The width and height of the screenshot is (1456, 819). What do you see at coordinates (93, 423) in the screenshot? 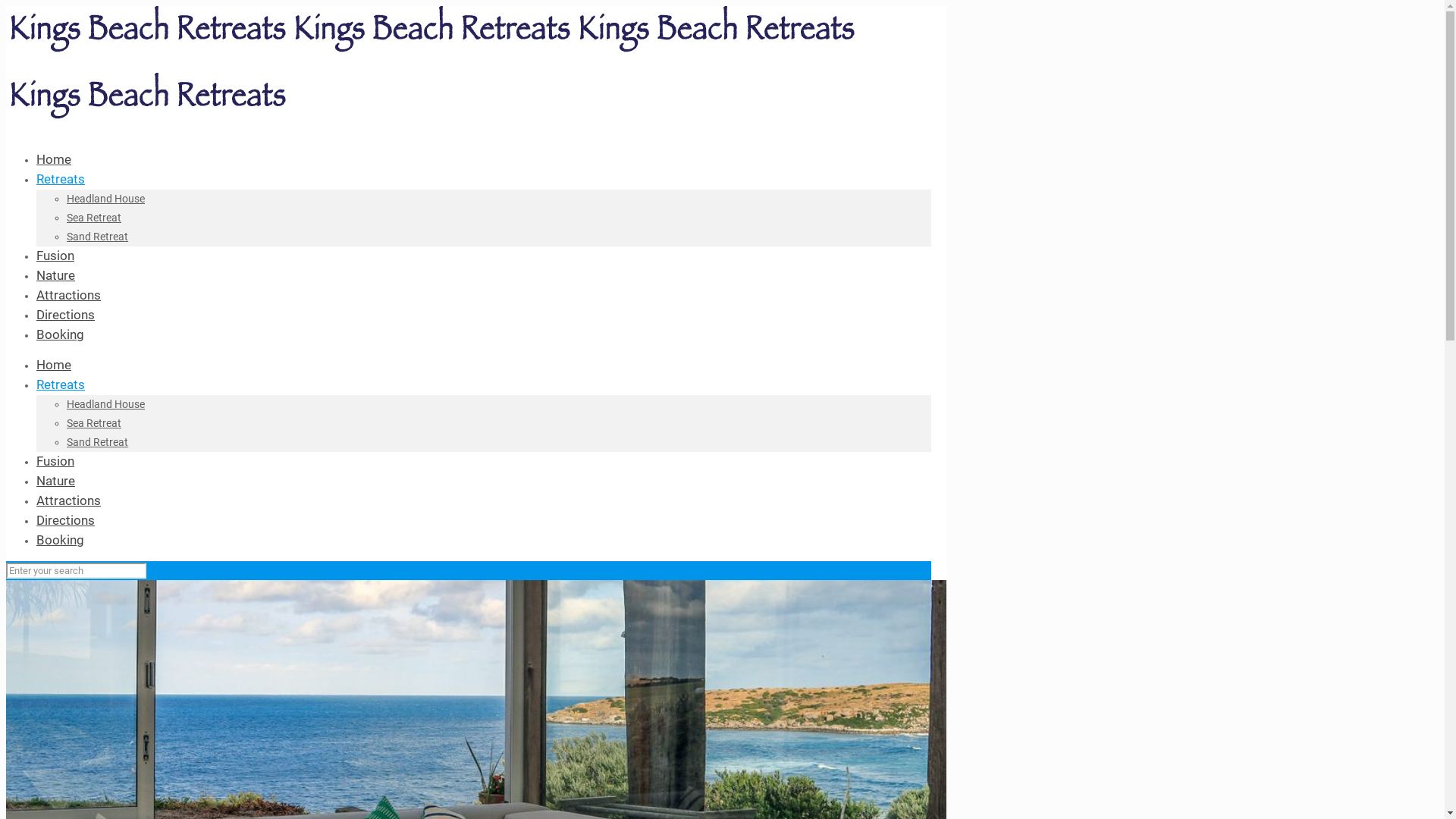
I see `'Sea Retreat'` at bounding box center [93, 423].